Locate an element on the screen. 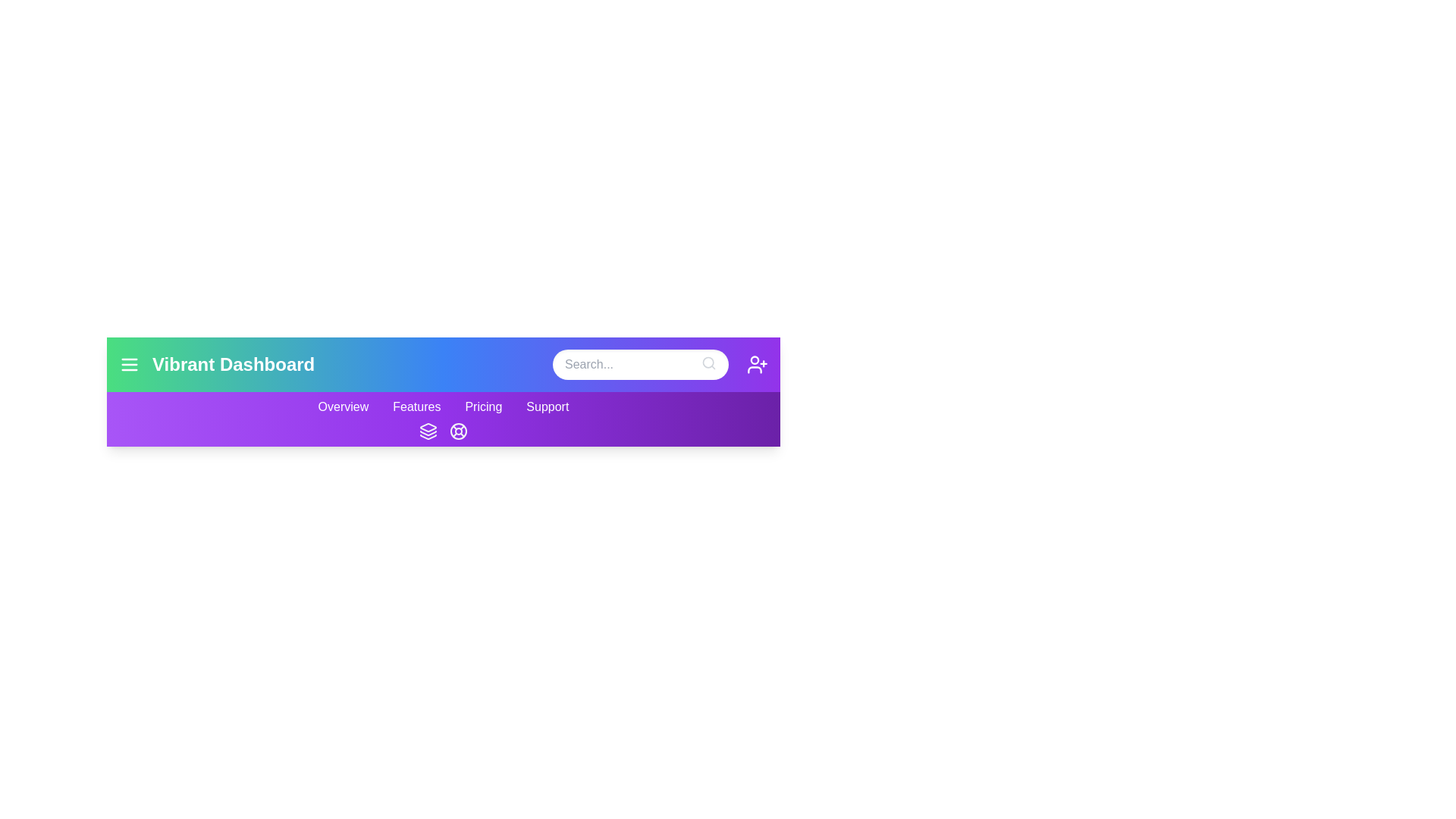 The image size is (1456, 819). the menu icon to open the menu is located at coordinates (130, 365).